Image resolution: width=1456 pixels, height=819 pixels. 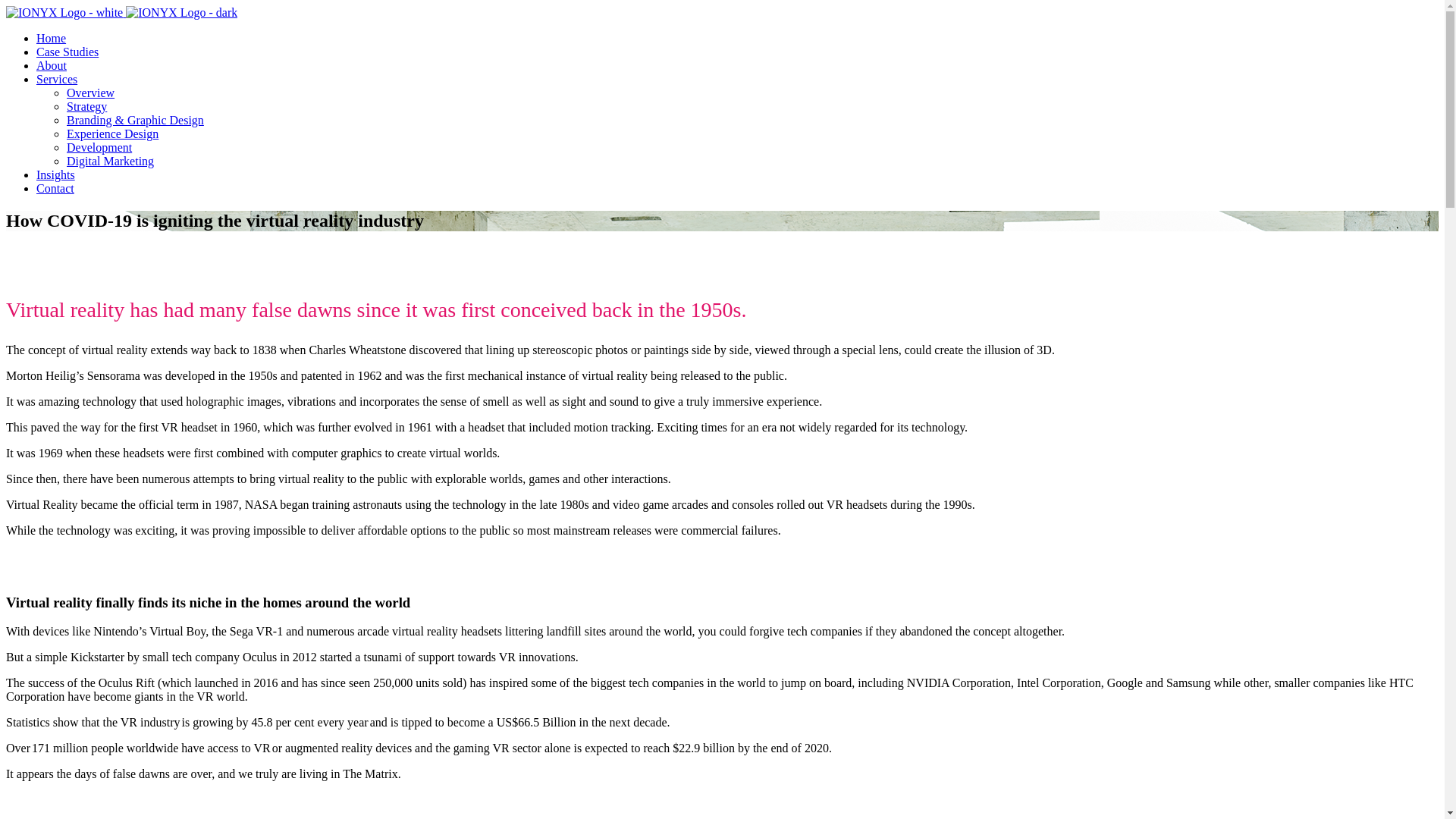 I want to click on 'Experience Design', so click(x=65, y=133).